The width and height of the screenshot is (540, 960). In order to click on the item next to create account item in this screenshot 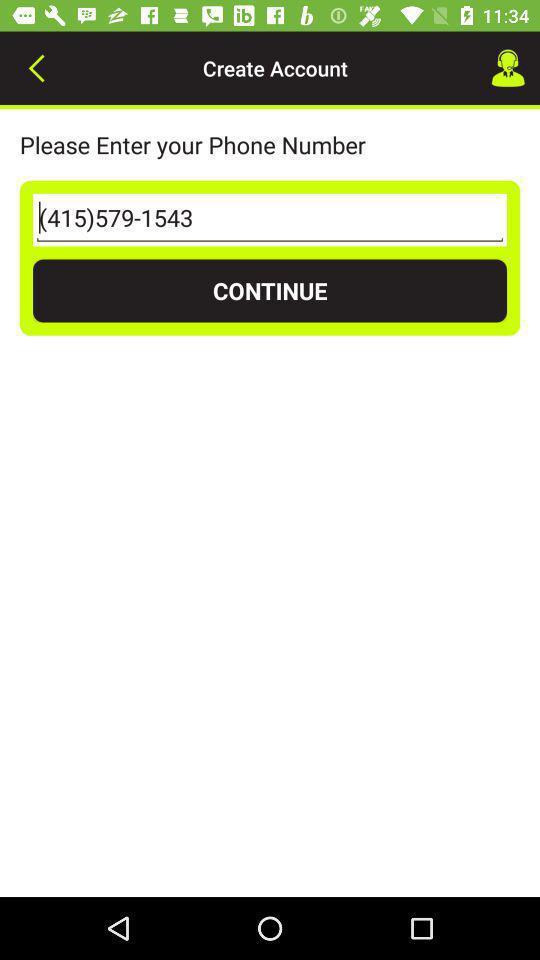, I will do `click(36, 68)`.